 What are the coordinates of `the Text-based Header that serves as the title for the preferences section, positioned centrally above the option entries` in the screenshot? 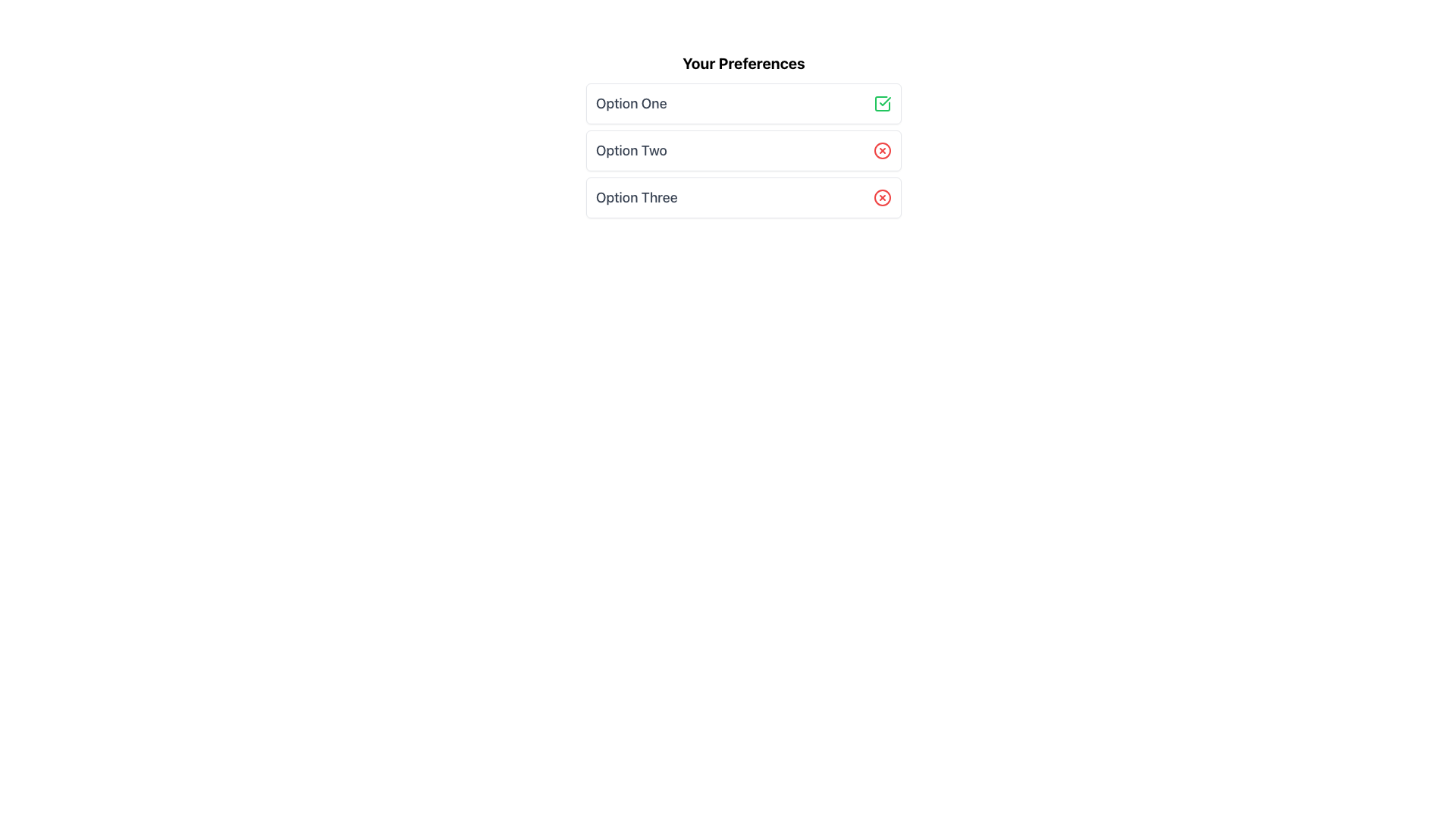 It's located at (743, 63).